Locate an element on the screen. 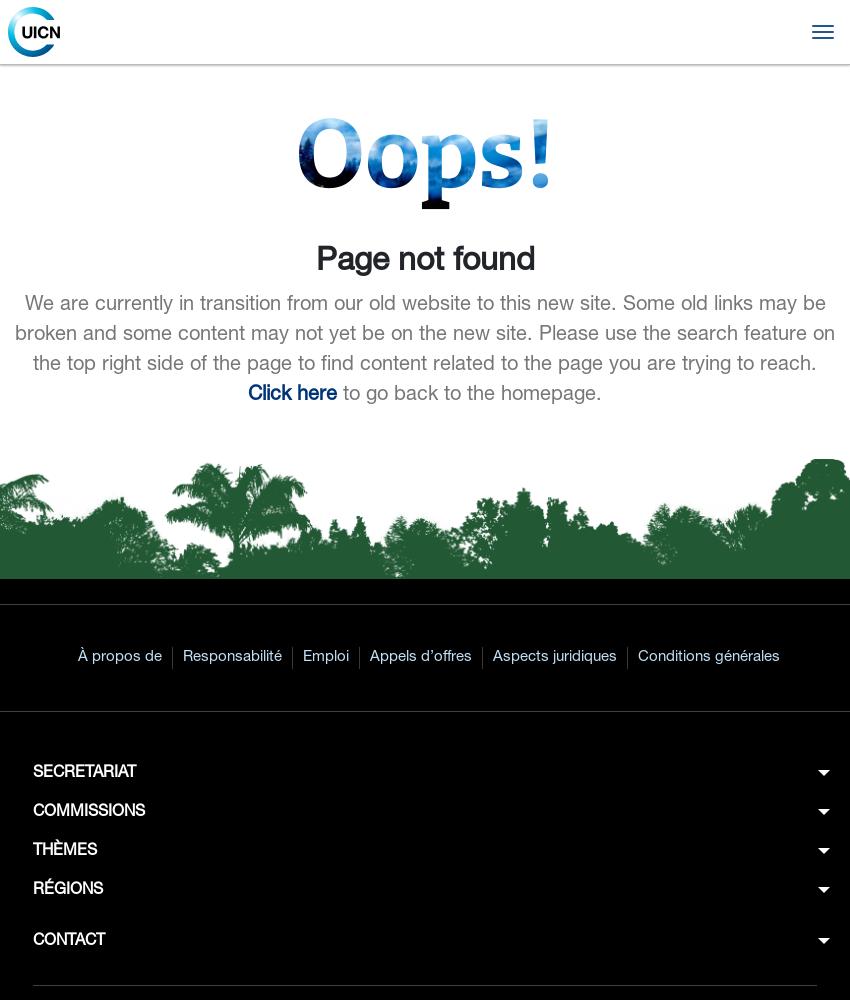  'We are currently in transition from our old website to this new site. Some old links may be broken and some content may not yet be on the new site. Please use the search feature on the top right side of the page to find content related to the page you are trying to reach.' is located at coordinates (425, 334).